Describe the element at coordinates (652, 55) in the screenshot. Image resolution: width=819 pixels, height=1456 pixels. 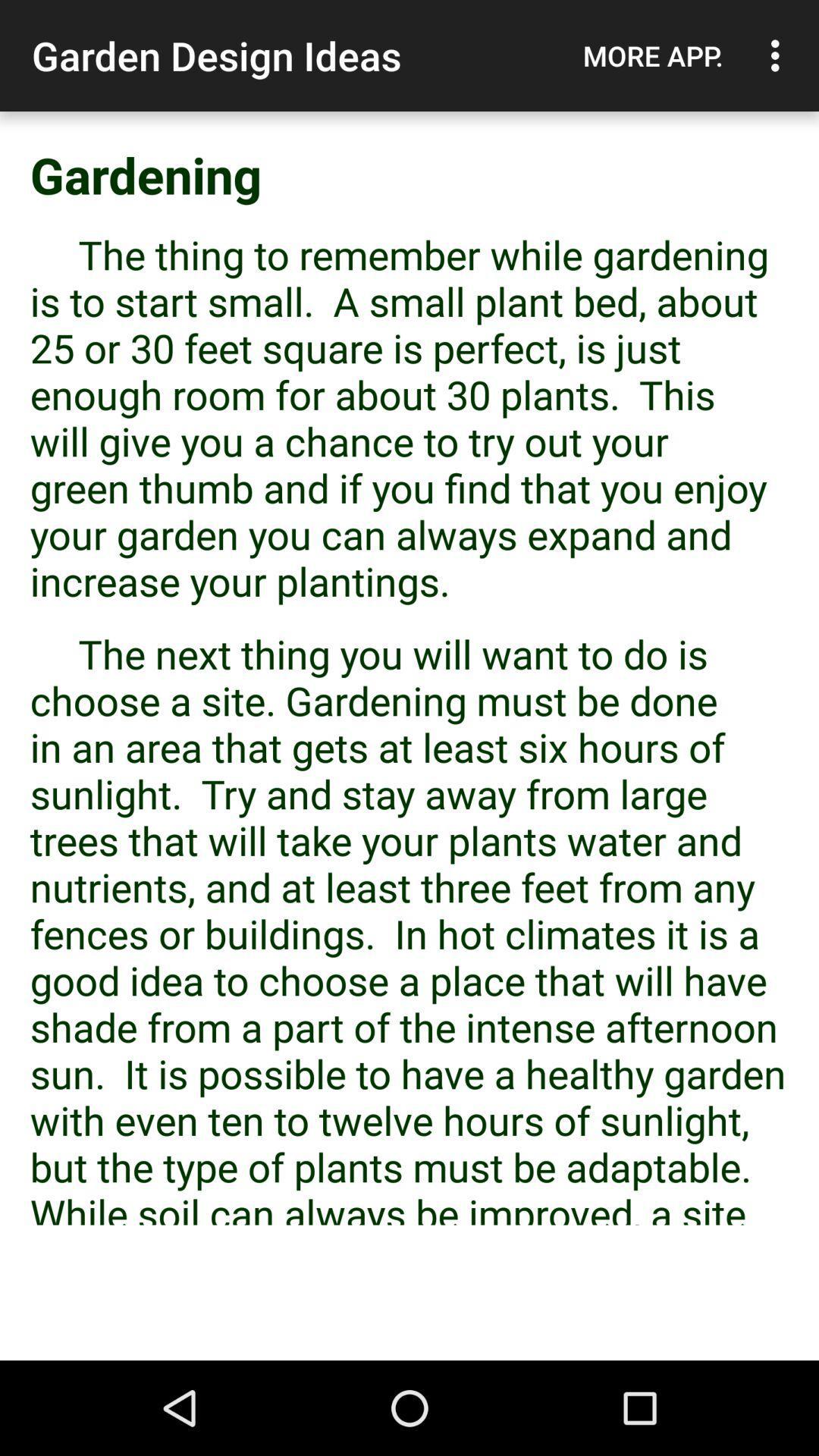
I see `the more app. item` at that location.